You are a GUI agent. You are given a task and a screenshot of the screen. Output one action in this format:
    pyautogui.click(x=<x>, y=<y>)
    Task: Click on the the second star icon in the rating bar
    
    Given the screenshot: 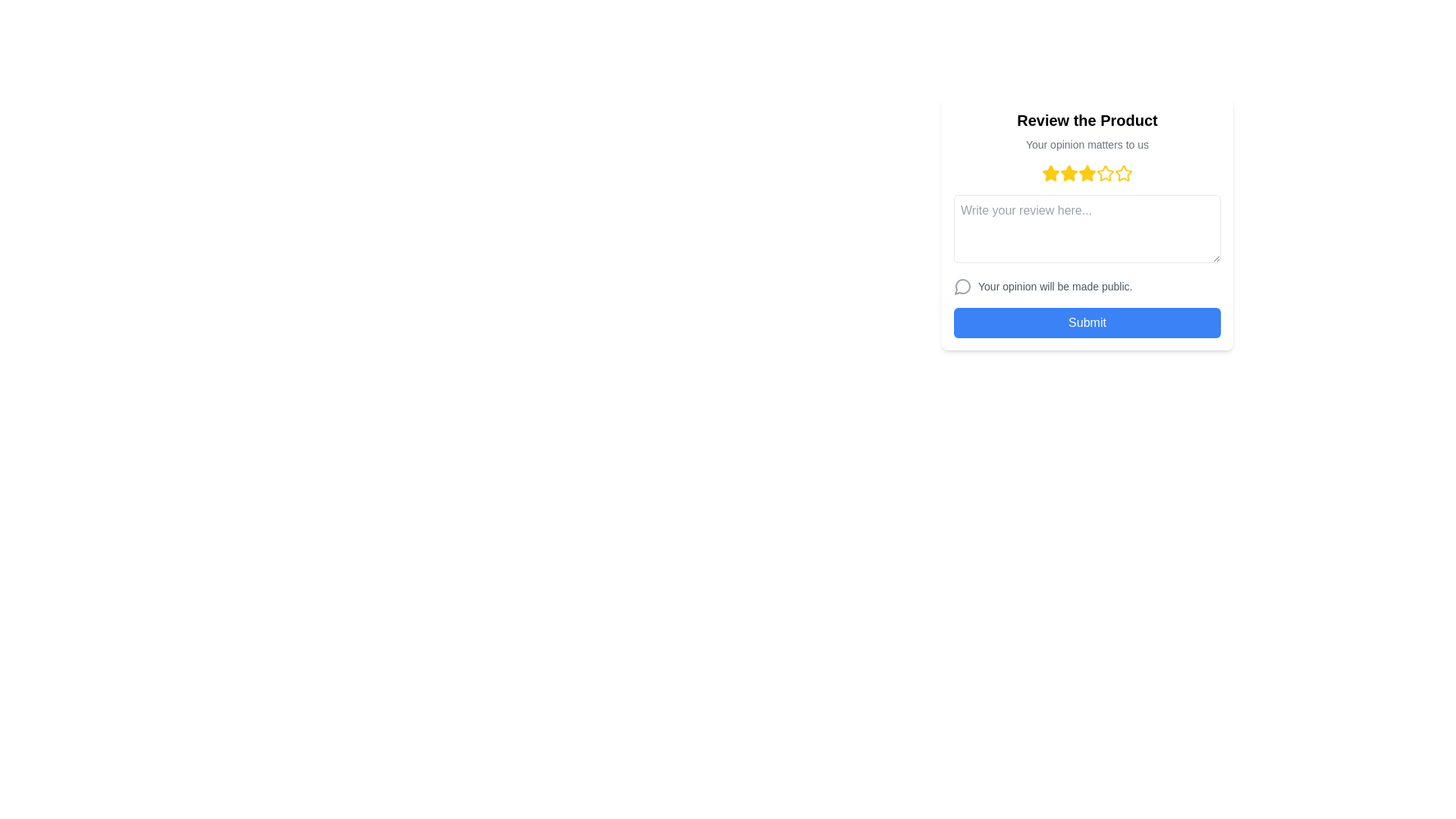 What is the action you would take?
    pyautogui.click(x=1068, y=172)
    